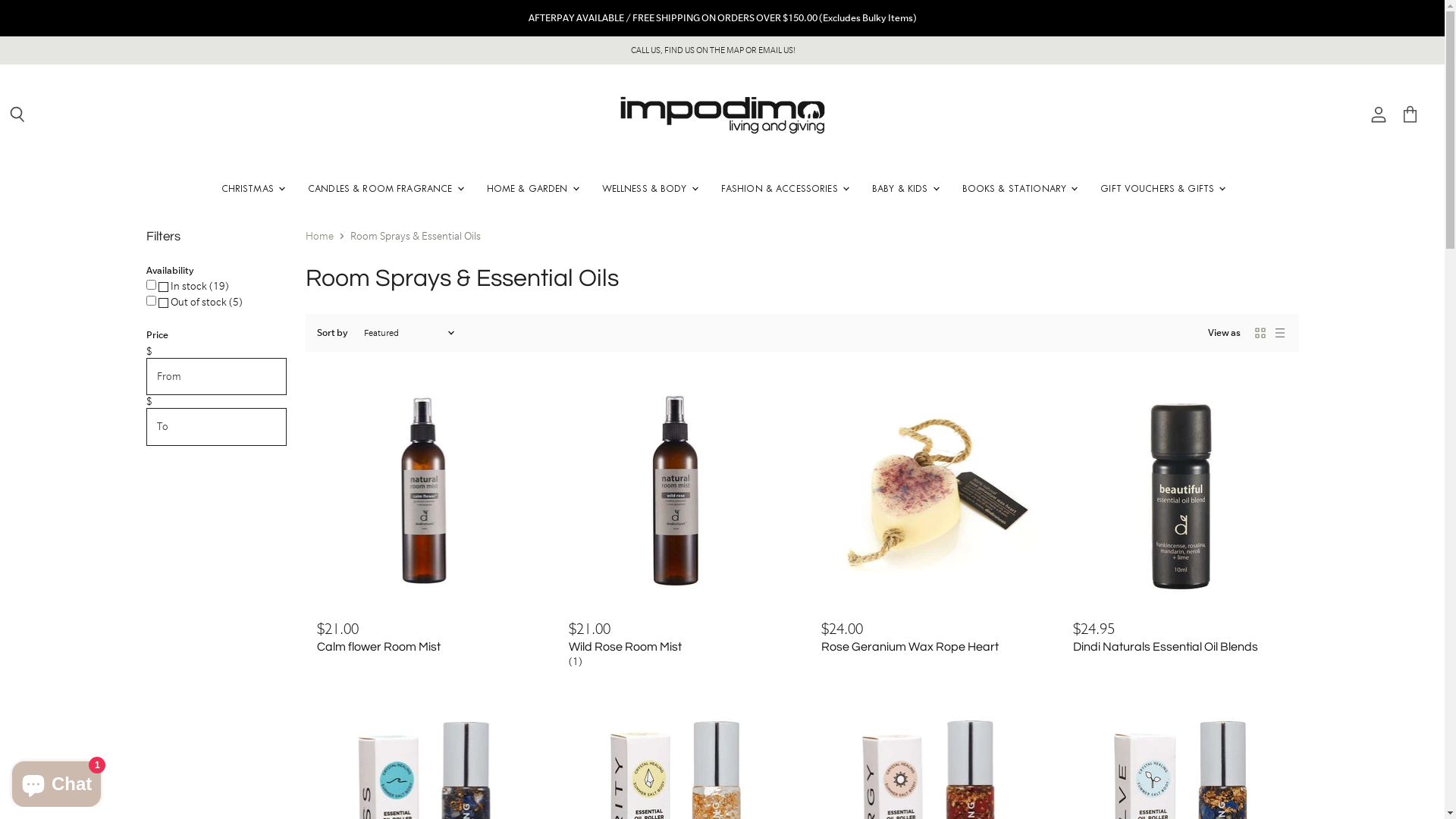  I want to click on 'GIFT VOUCHERS & GIFTS', so click(1160, 187).